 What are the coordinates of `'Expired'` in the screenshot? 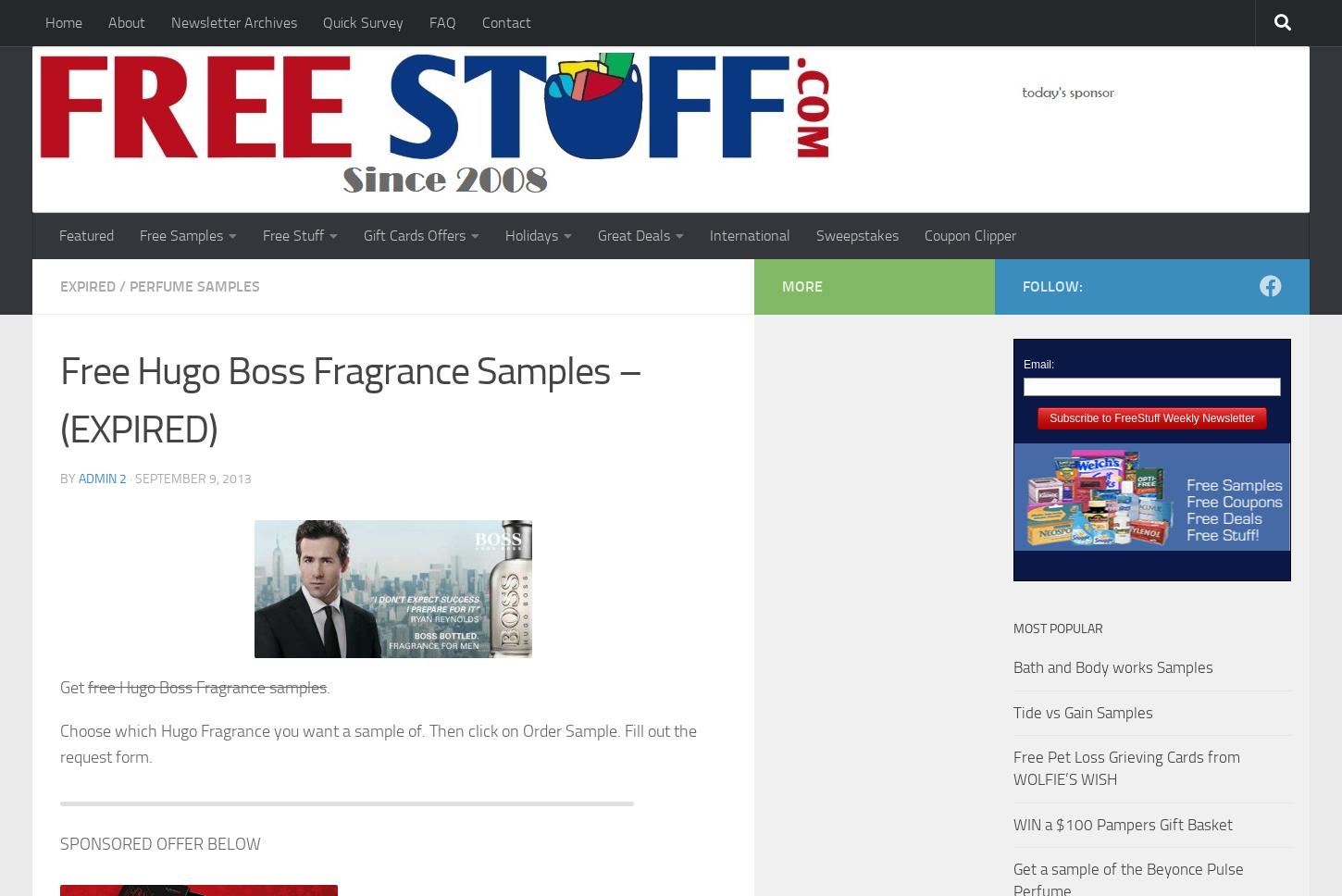 It's located at (87, 285).